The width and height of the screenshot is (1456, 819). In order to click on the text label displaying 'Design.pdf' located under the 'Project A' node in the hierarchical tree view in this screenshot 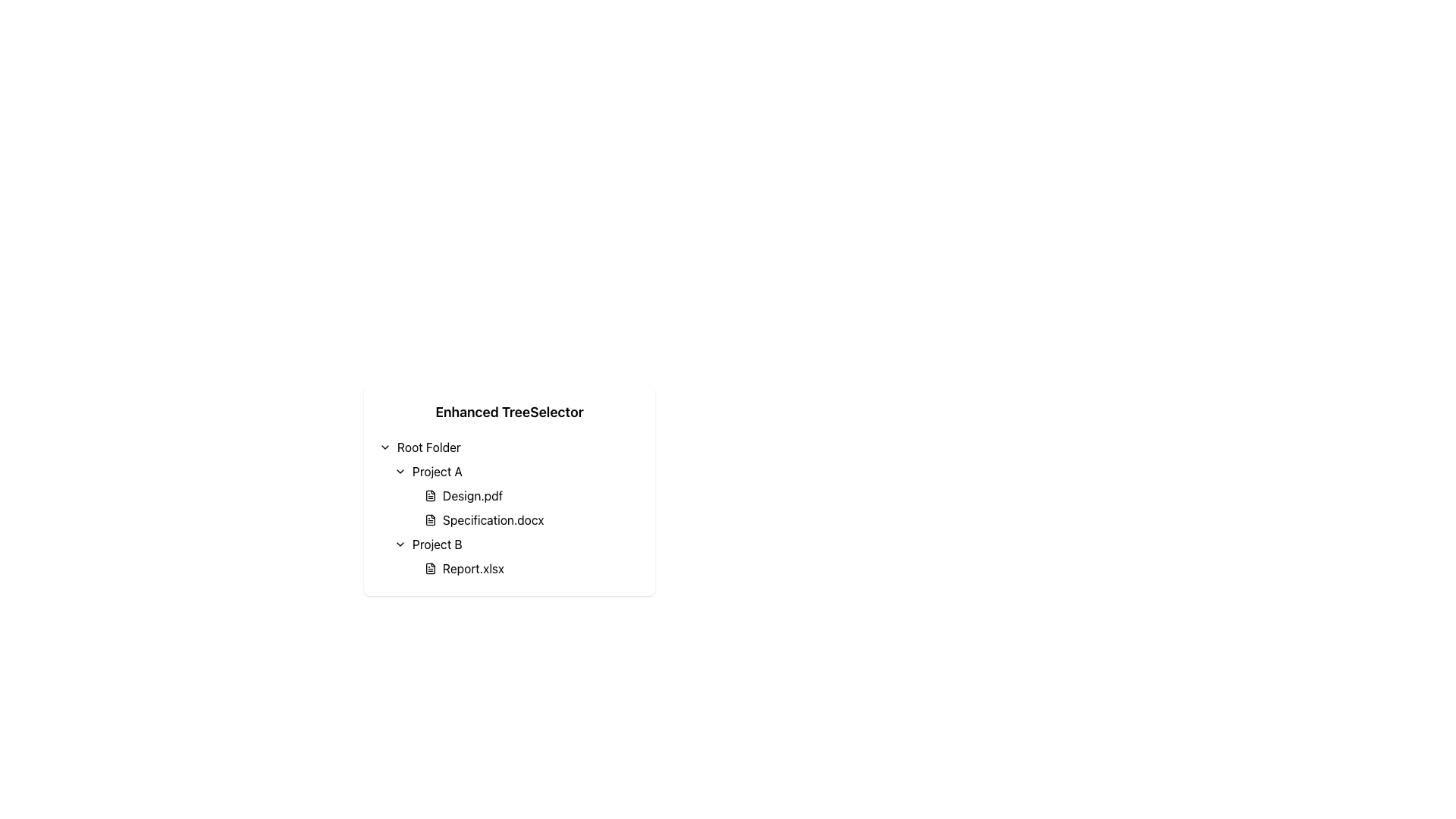, I will do `click(472, 496)`.